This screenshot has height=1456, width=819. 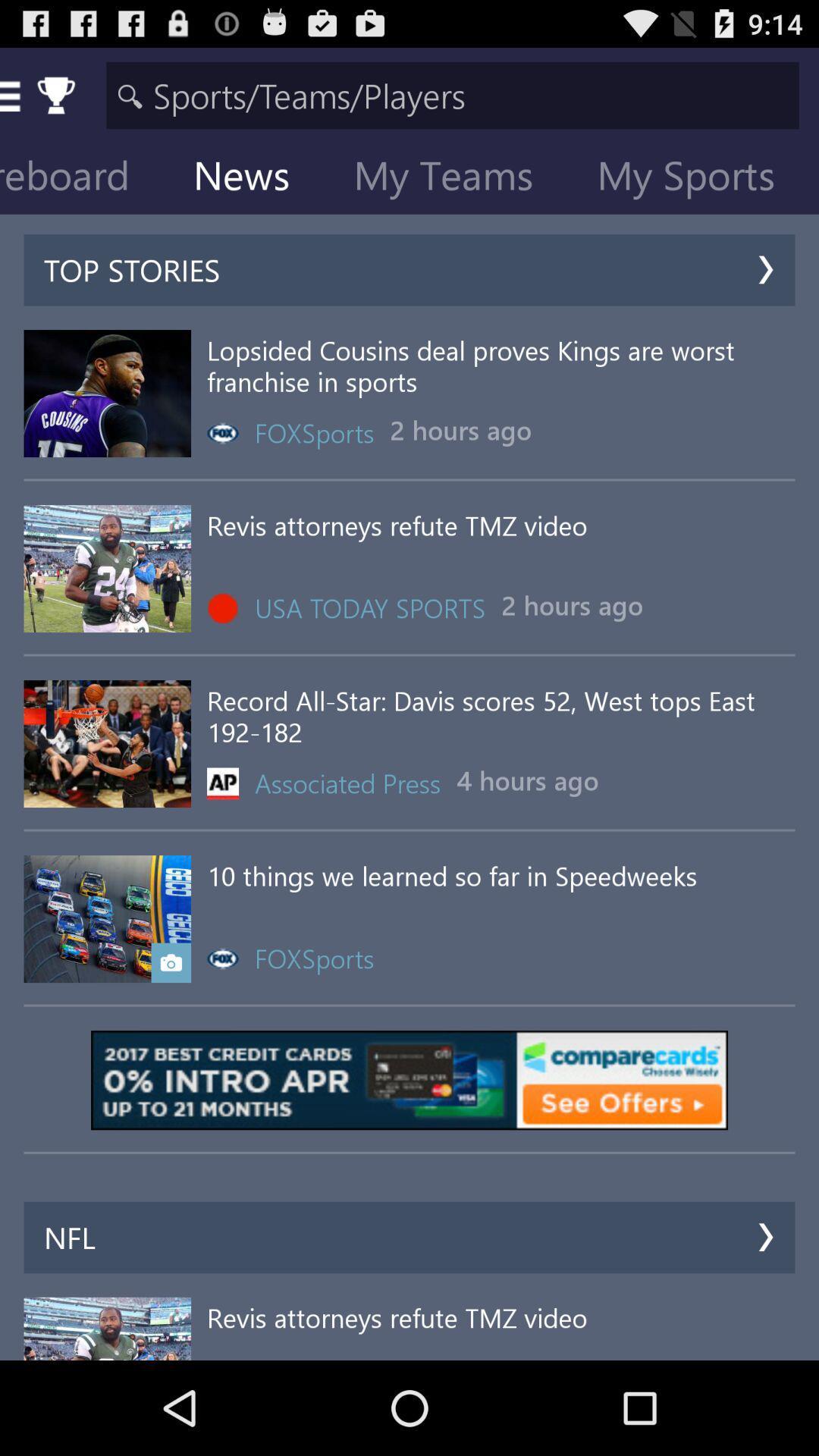 I want to click on the icon next to the news icon, so click(x=454, y=178).